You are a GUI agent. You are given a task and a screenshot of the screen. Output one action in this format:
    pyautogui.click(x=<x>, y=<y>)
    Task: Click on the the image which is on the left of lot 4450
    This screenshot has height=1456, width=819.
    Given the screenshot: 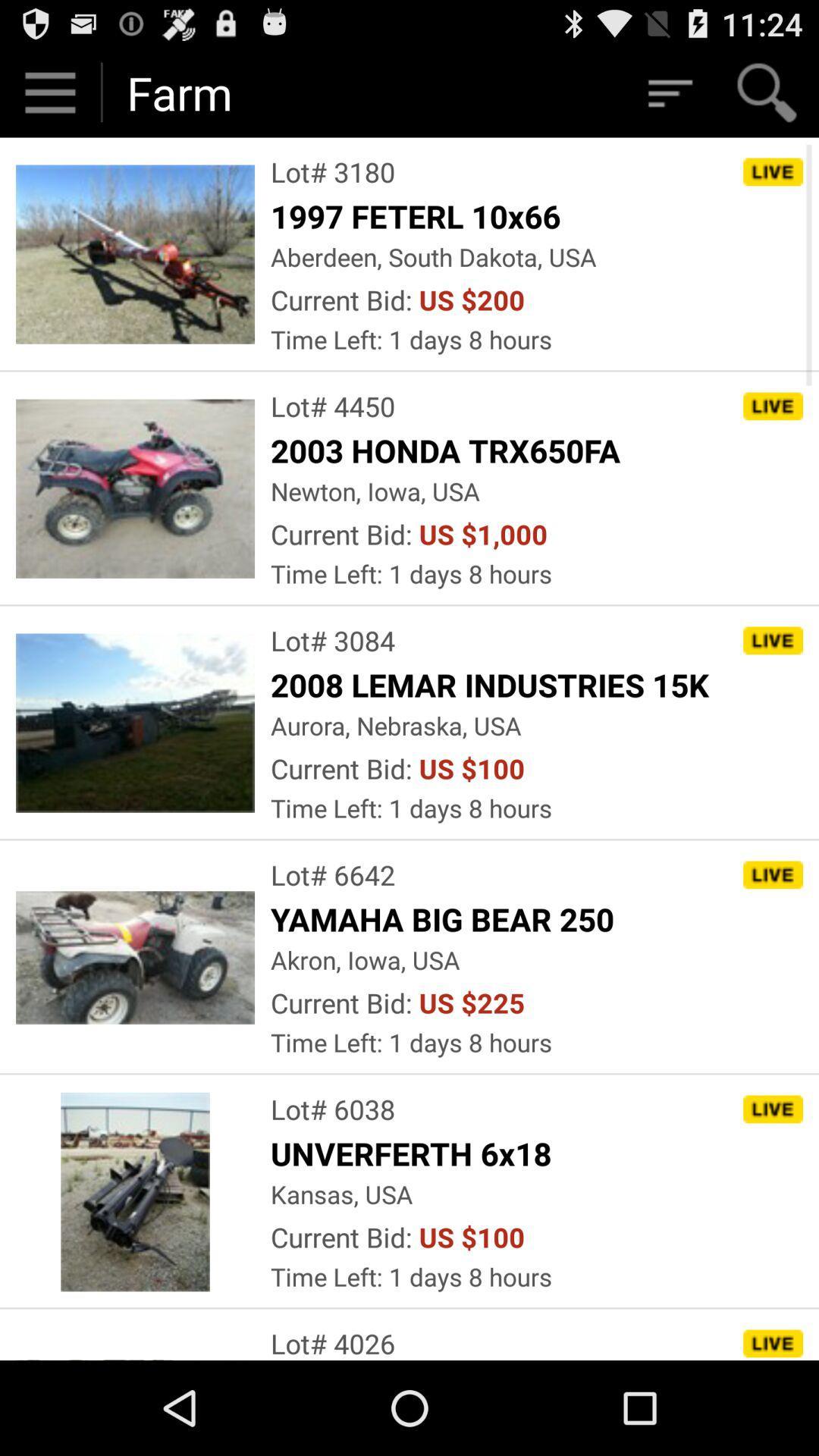 What is the action you would take?
    pyautogui.click(x=134, y=488)
    